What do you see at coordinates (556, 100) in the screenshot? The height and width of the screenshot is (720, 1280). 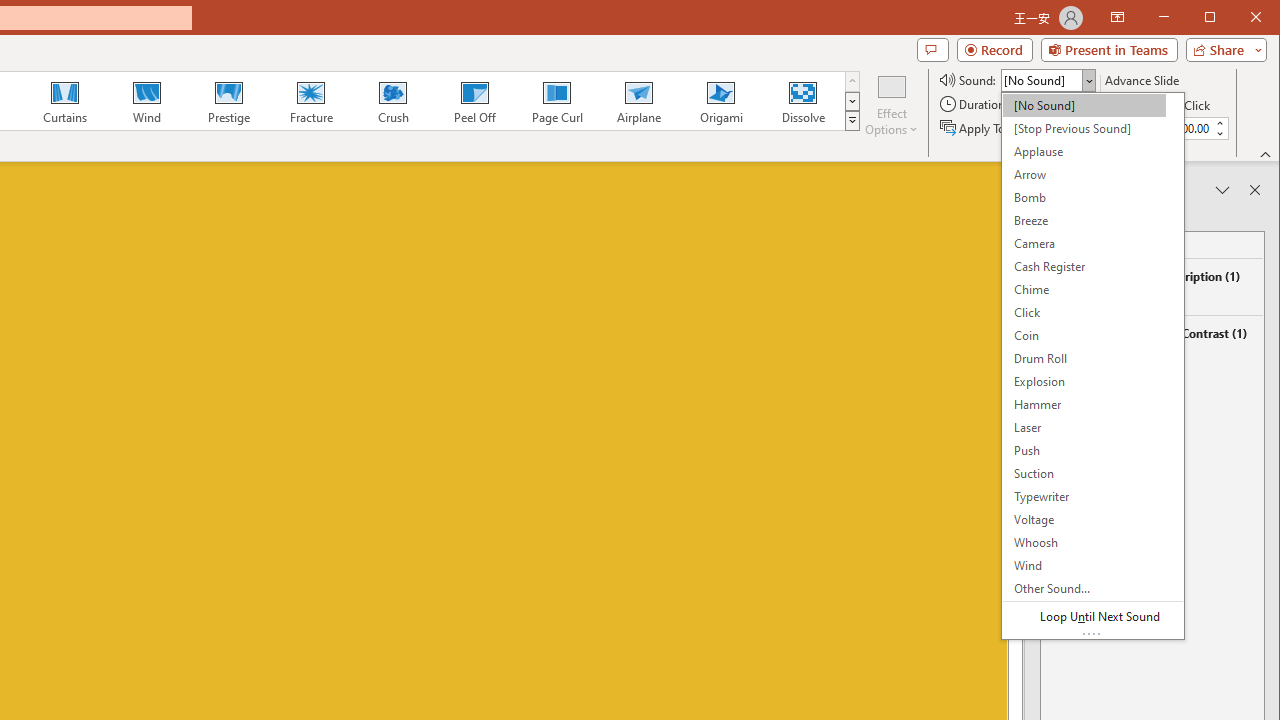 I see `'Page Curl'` at bounding box center [556, 100].